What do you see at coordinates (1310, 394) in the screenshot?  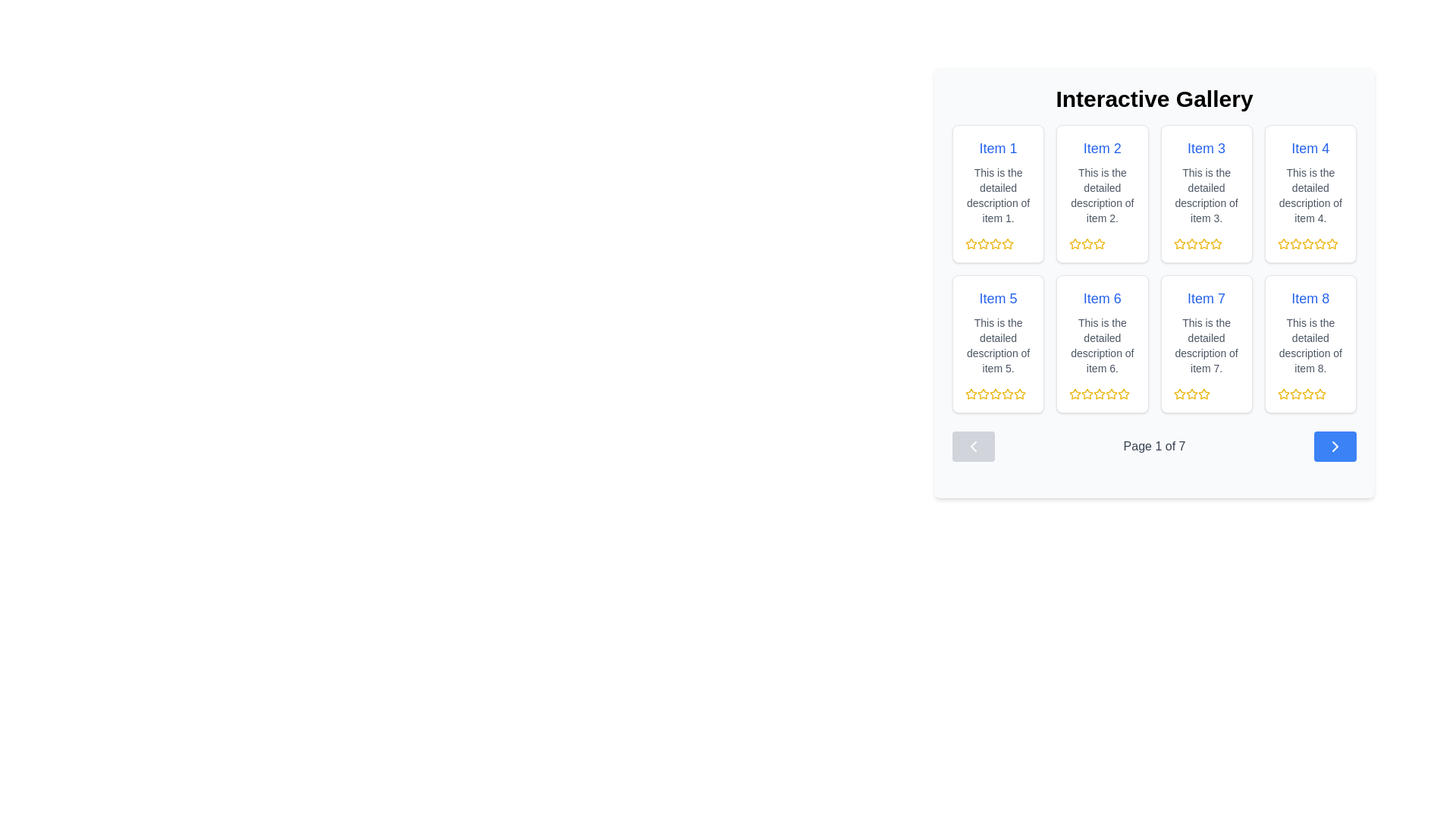 I see `the rating stars component for 'Item 8'` at bounding box center [1310, 394].